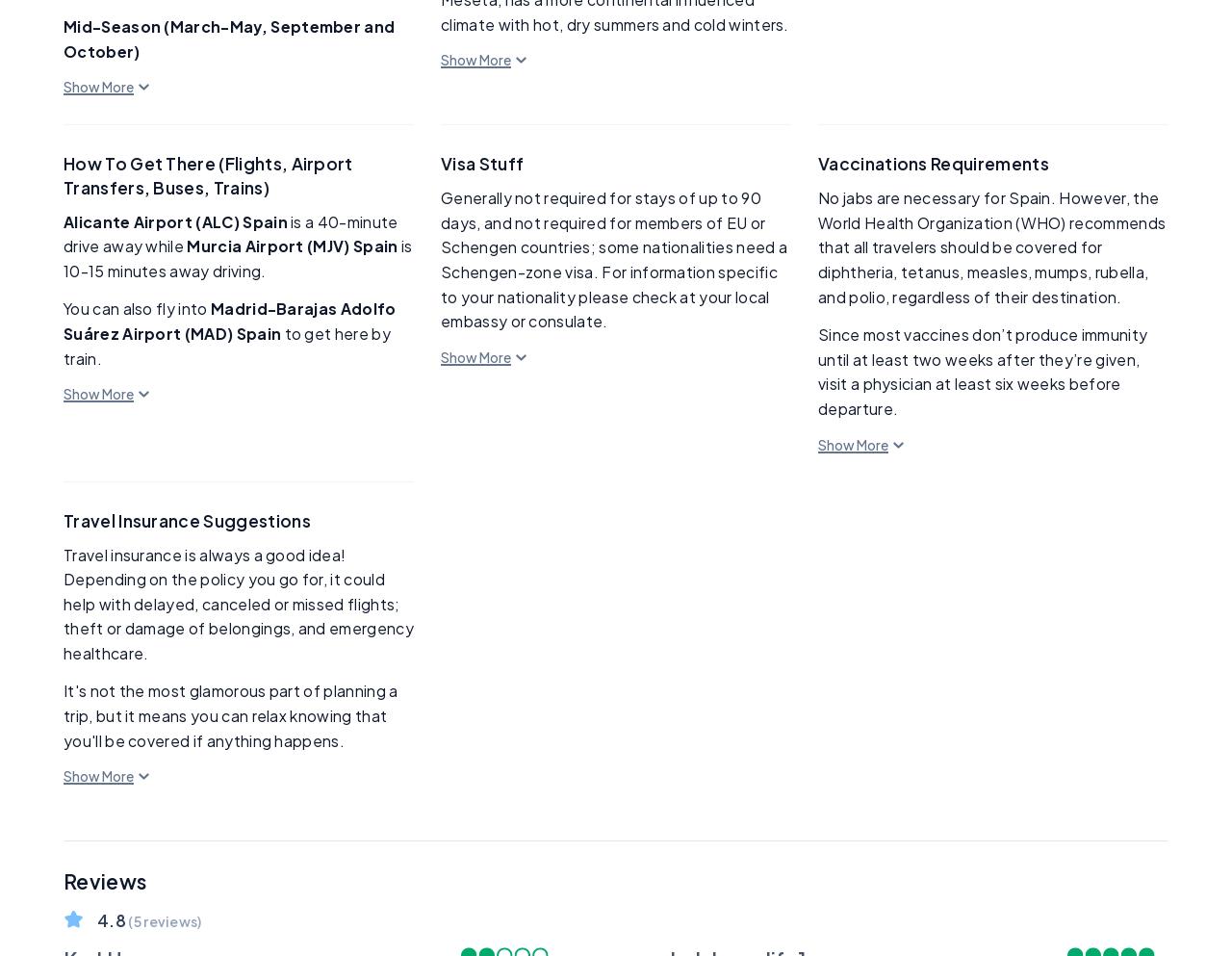  I want to click on '(5 reviews)', so click(124, 920).